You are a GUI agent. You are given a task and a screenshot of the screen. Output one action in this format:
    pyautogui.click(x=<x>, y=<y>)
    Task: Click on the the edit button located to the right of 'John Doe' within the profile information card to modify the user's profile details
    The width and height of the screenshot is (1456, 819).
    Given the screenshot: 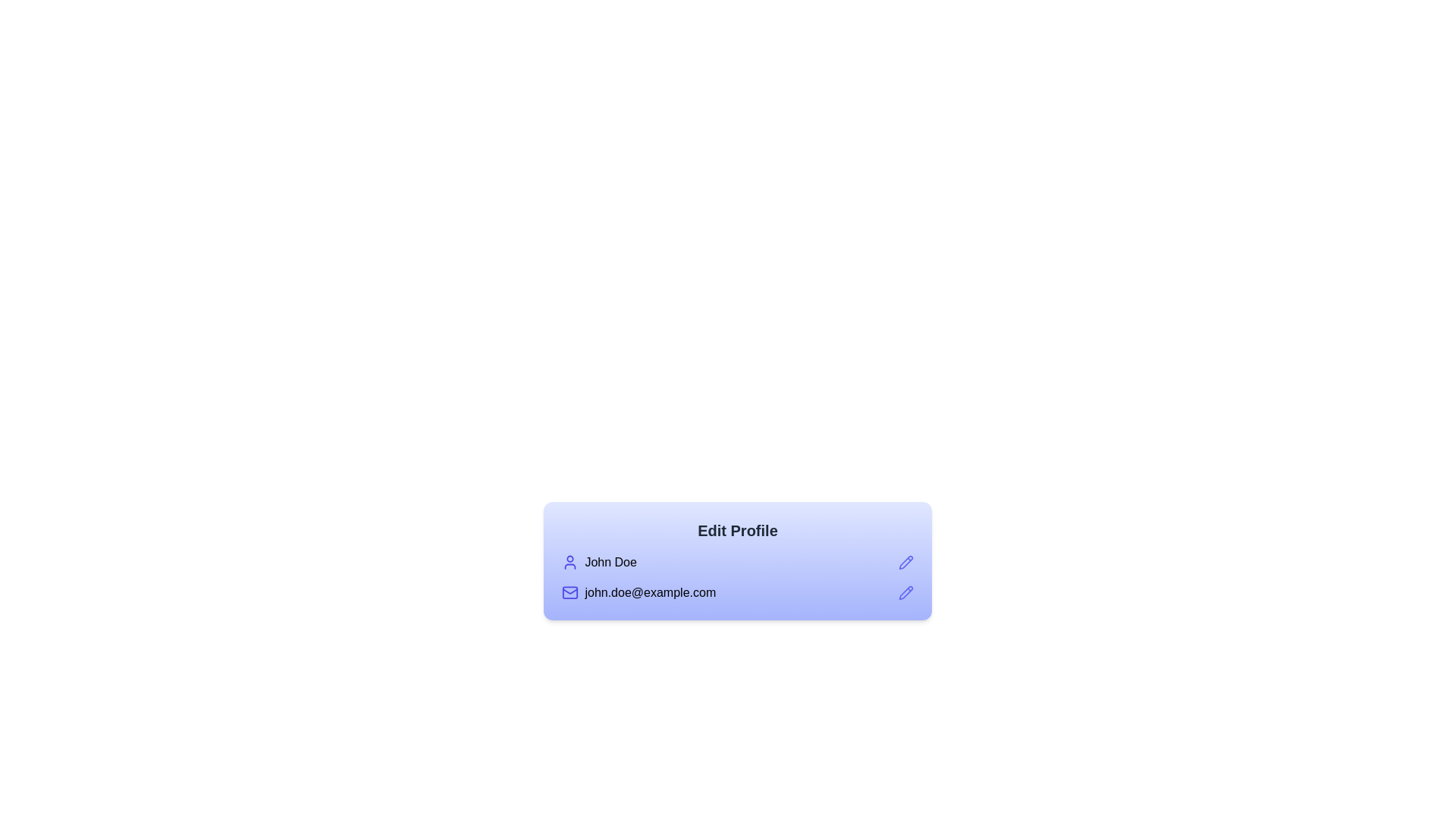 What is the action you would take?
    pyautogui.click(x=906, y=562)
    